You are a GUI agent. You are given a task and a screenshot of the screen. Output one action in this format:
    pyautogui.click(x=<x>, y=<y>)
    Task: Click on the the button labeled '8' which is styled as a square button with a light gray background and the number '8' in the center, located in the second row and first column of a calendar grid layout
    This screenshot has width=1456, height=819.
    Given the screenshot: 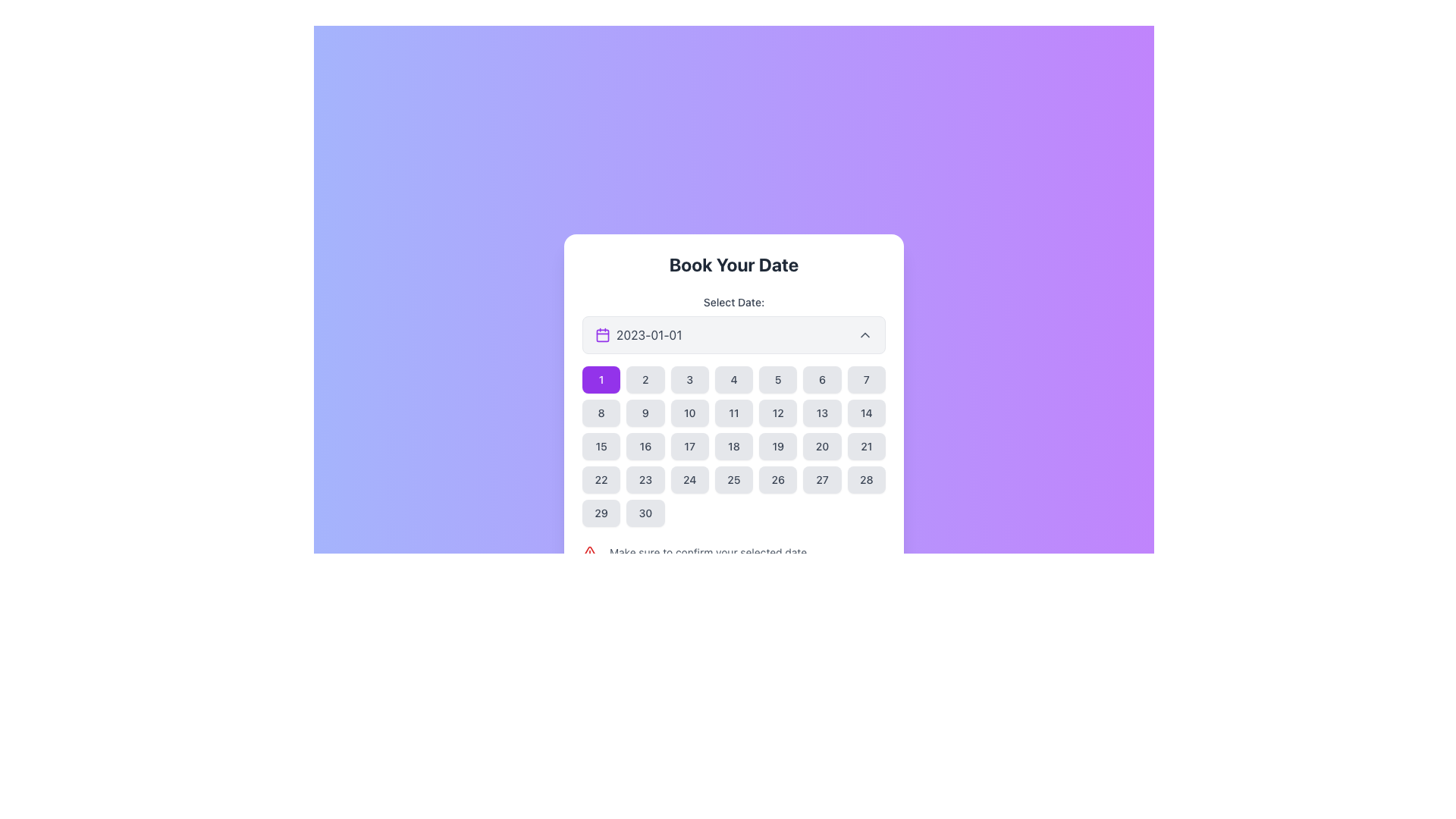 What is the action you would take?
    pyautogui.click(x=601, y=413)
    